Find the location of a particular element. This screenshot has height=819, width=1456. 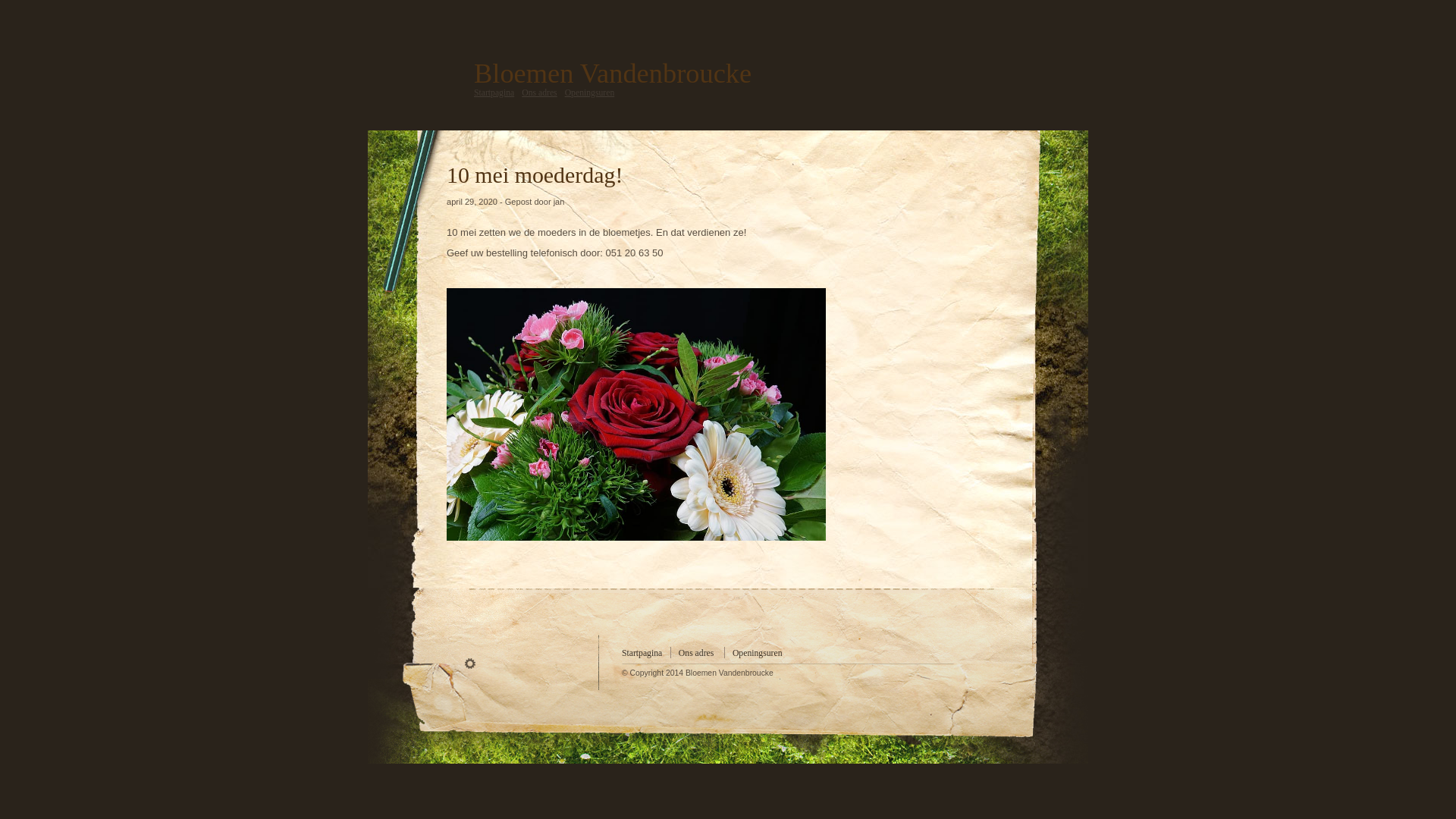

'Openingsuren' is located at coordinates (588, 93).